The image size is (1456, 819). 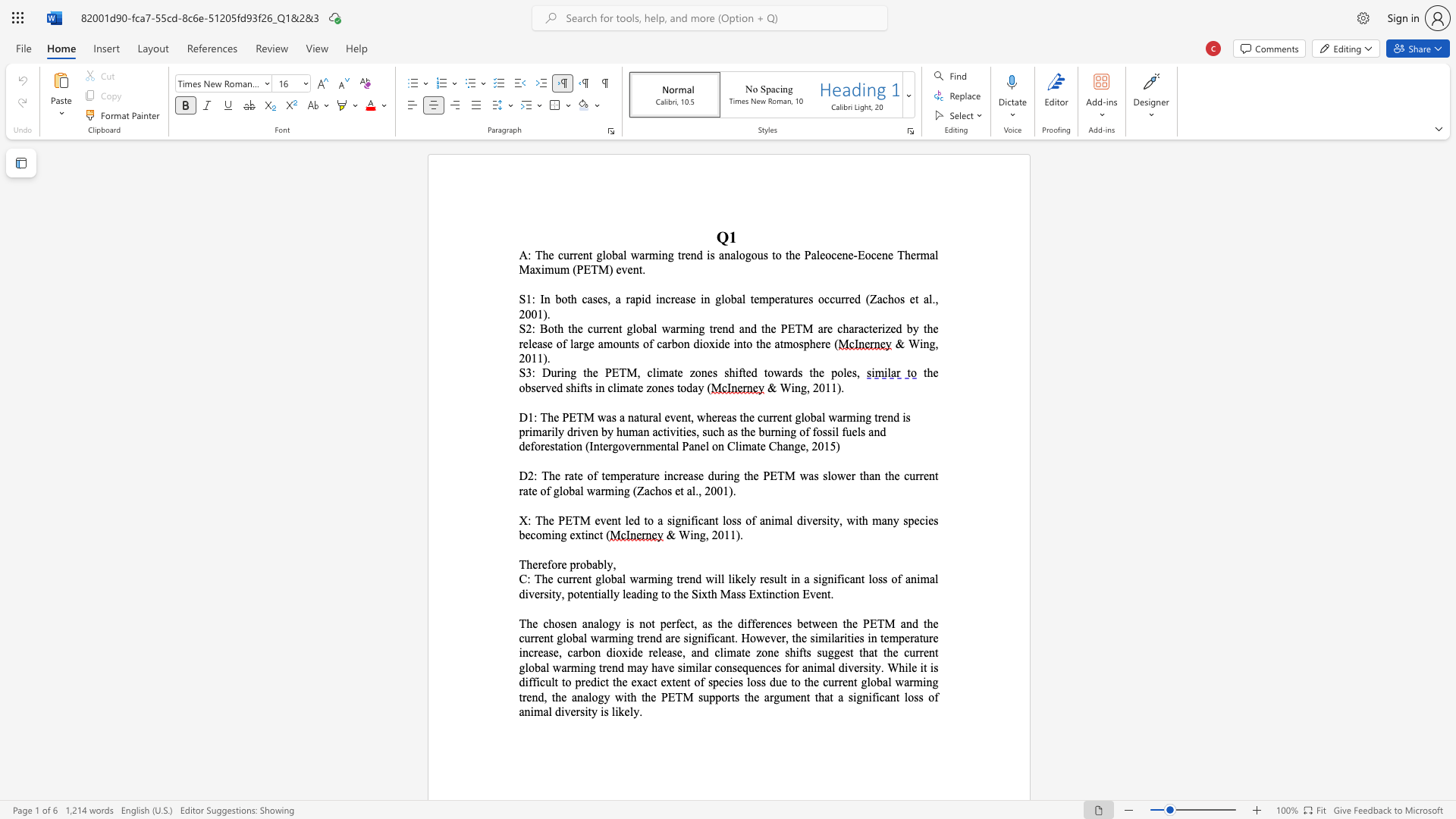 I want to click on the 4th character "e" in the text, so click(x=640, y=387).